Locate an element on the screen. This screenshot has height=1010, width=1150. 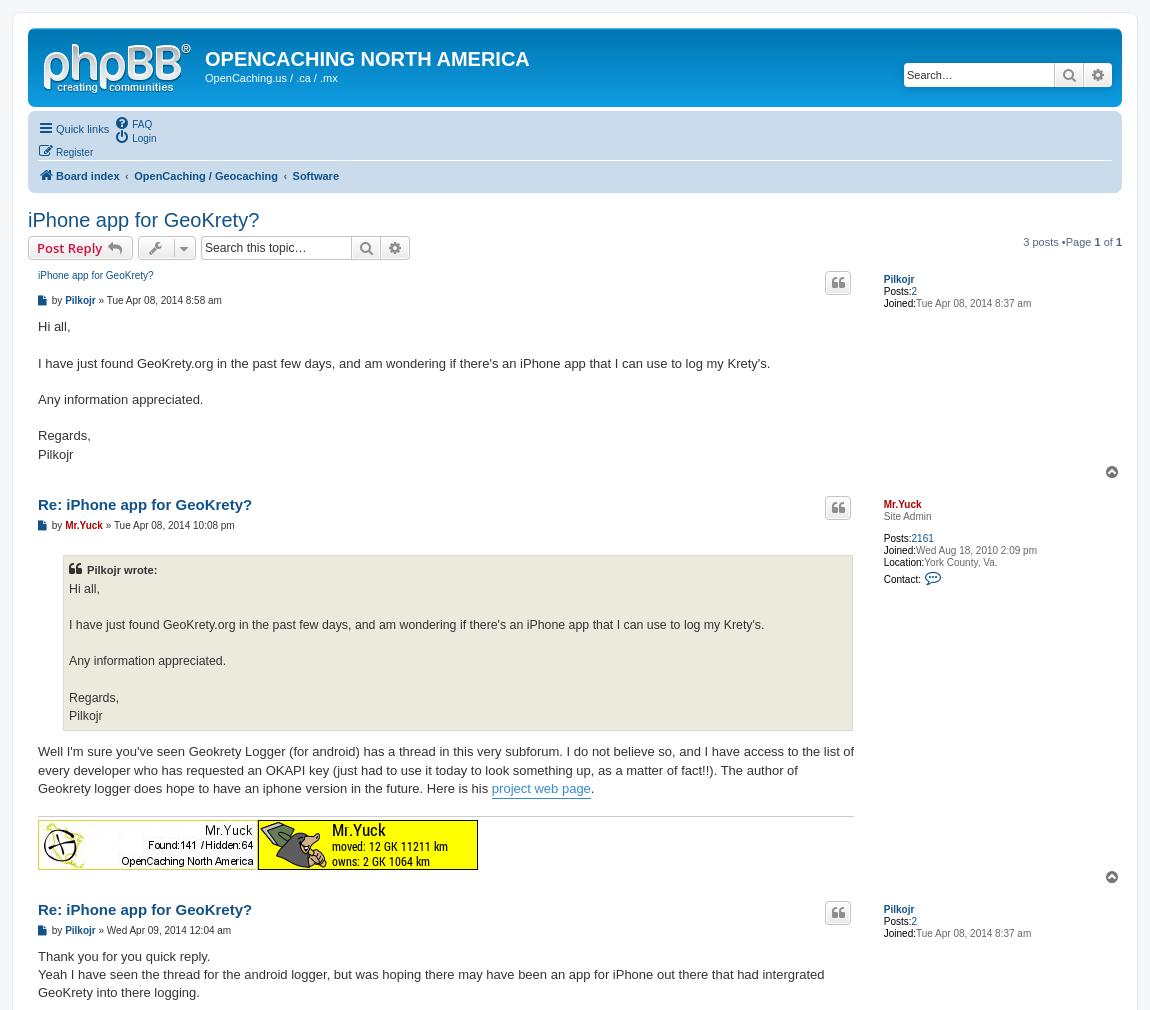
'York County, Va.' is located at coordinates (960, 560).